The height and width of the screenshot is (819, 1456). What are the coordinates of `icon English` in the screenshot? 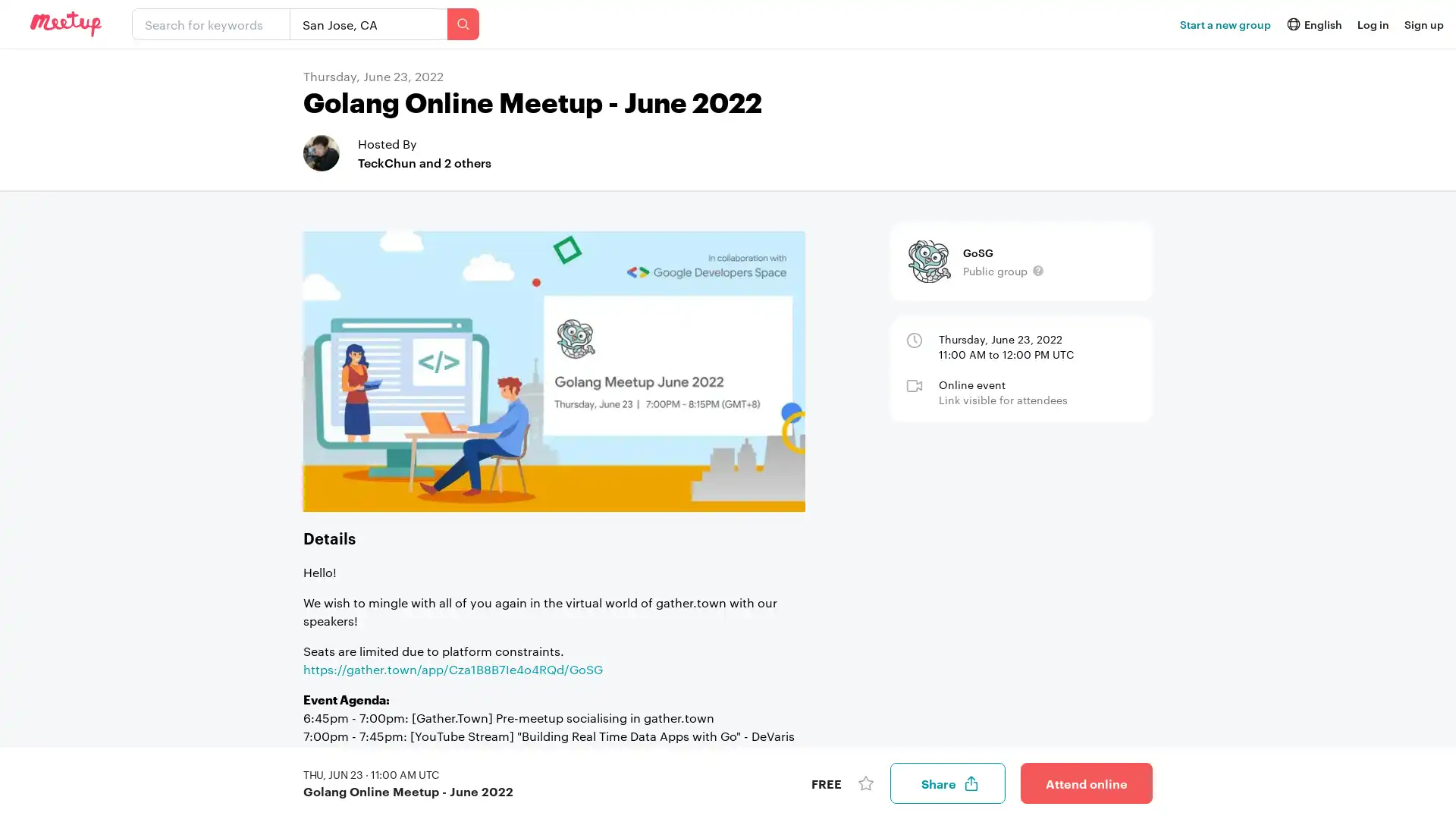 It's located at (1313, 24).